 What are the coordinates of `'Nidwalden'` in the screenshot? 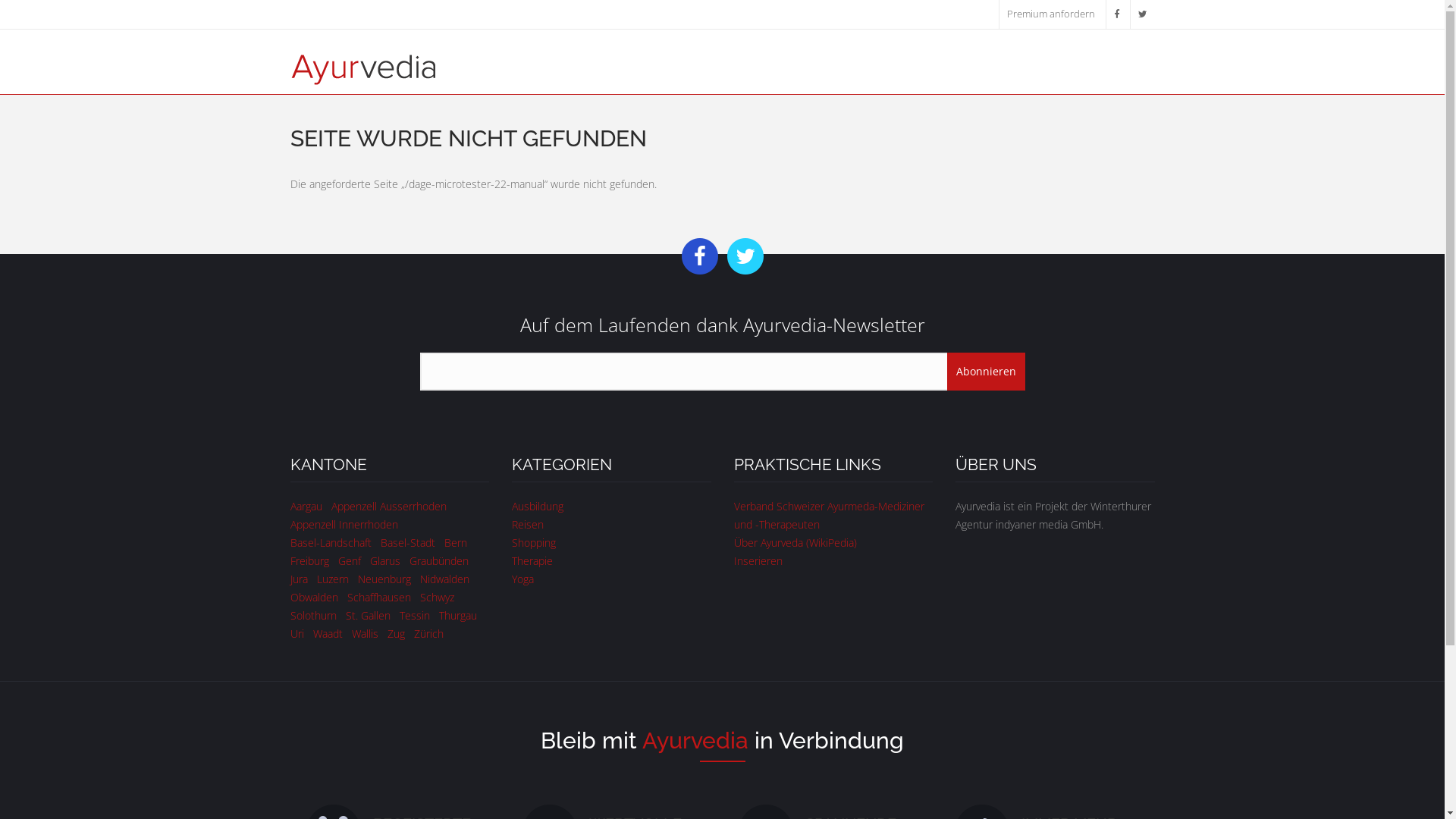 It's located at (444, 579).